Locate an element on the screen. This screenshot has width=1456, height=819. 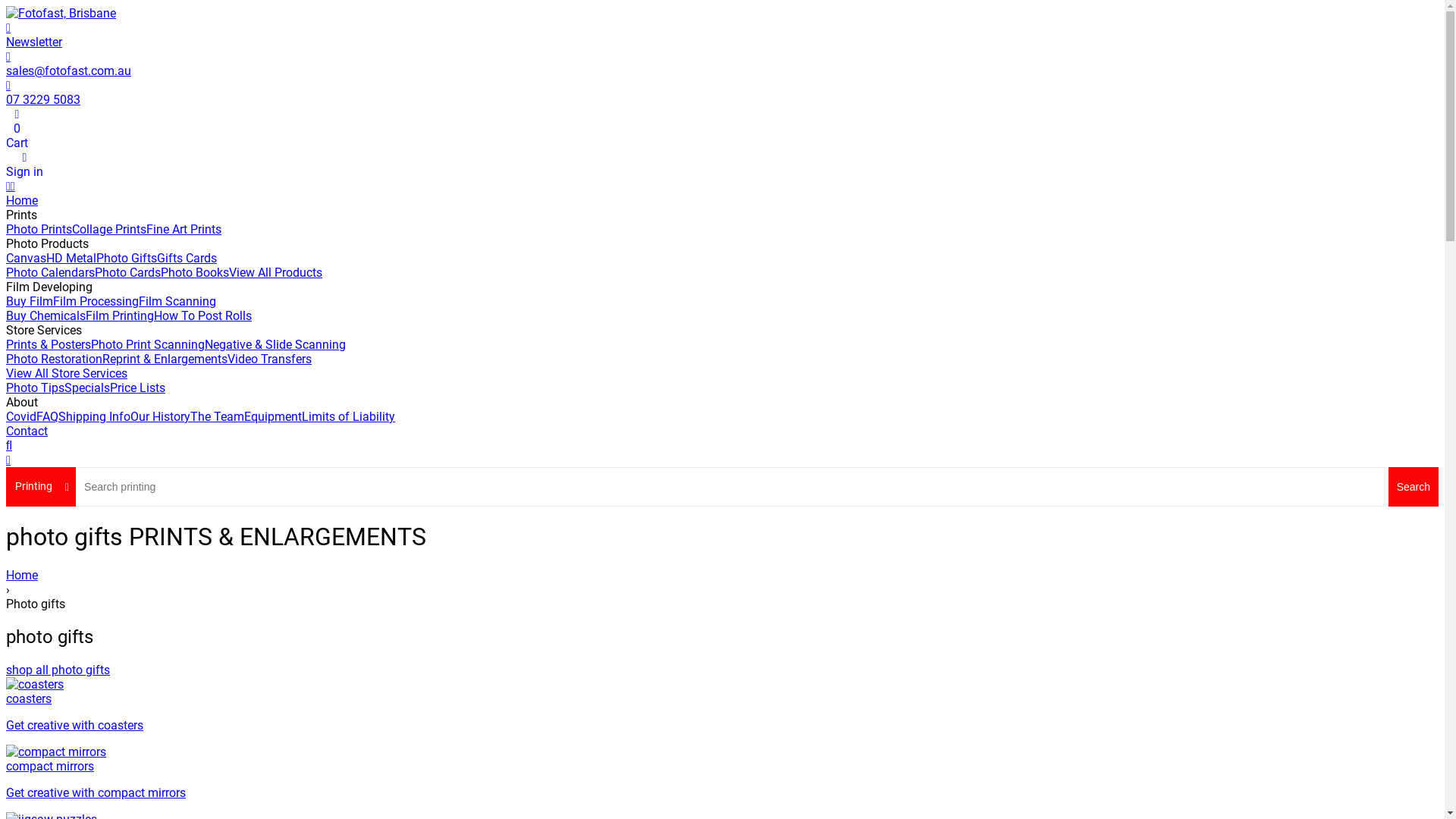
'compact mirrors is located at coordinates (721, 772).